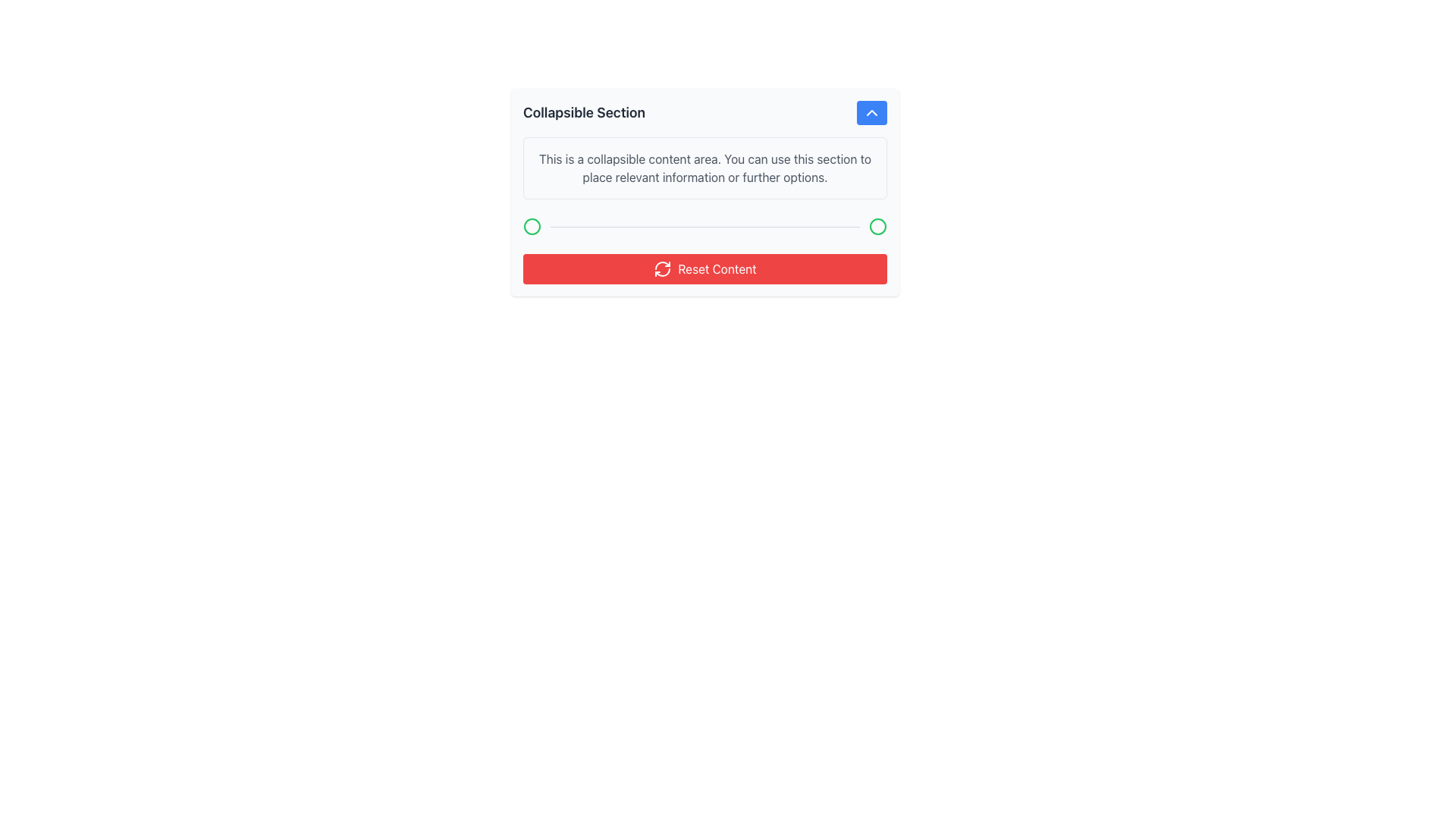  What do you see at coordinates (704, 192) in the screenshot?
I see `the collapsible section titled 'Collapsible Section'` at bounding box center [704, 192].